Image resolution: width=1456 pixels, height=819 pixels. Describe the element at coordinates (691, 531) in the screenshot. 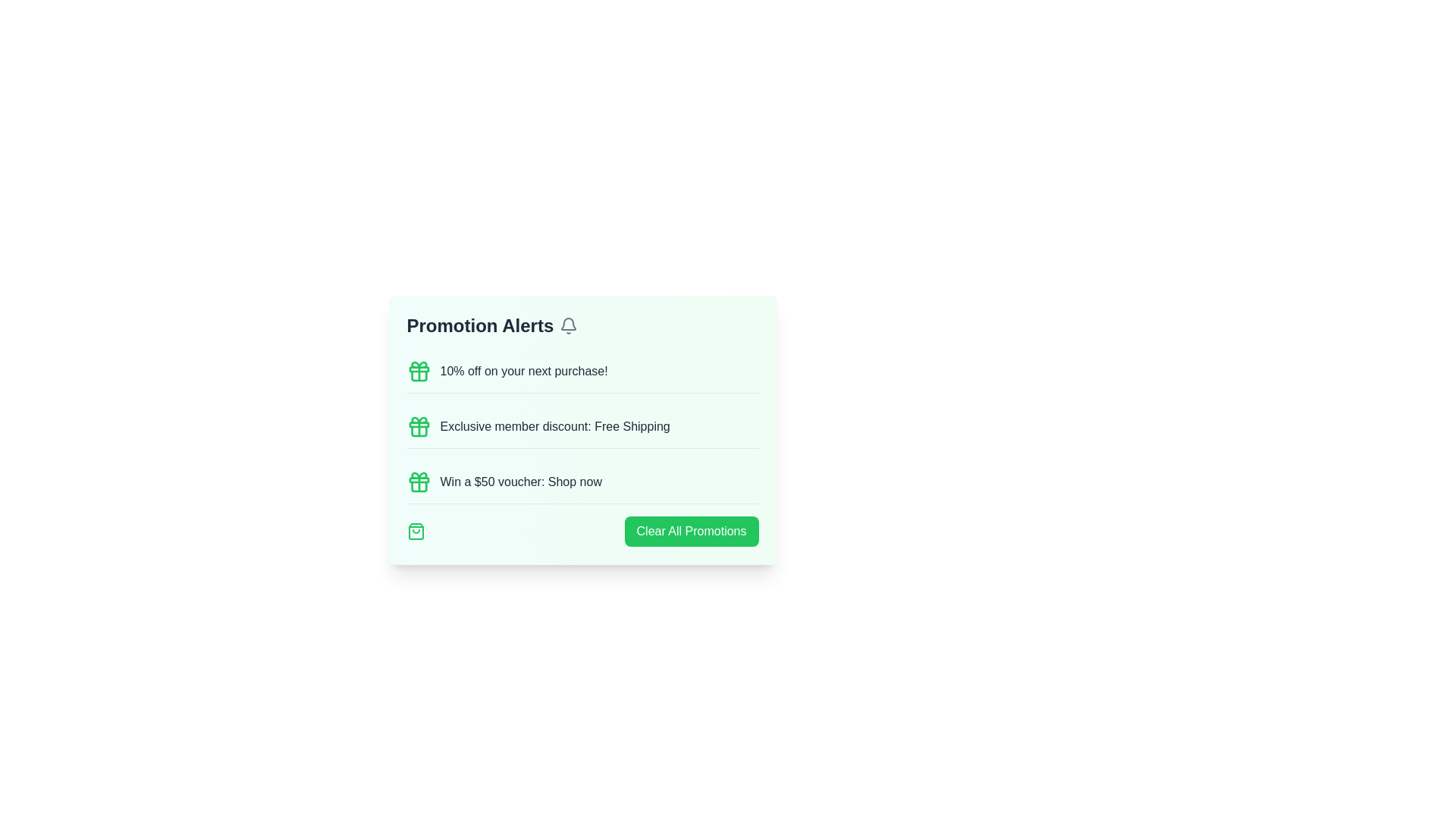

I see `the button located at the bottom-right corner of the promotion alerts panel to clear all active promotions` at that location.